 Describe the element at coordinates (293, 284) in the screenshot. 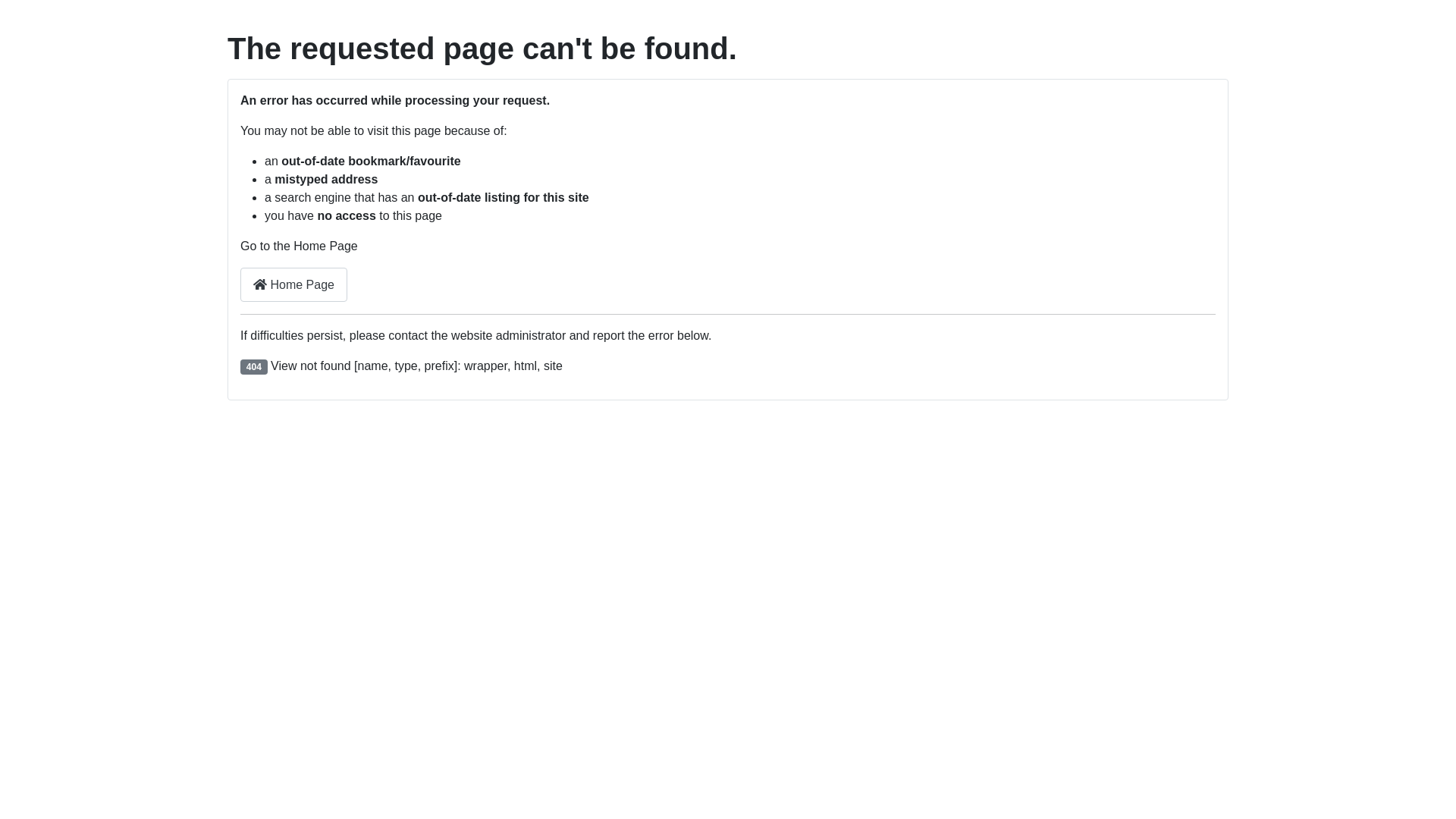

I see `'Home Page'` at that location.